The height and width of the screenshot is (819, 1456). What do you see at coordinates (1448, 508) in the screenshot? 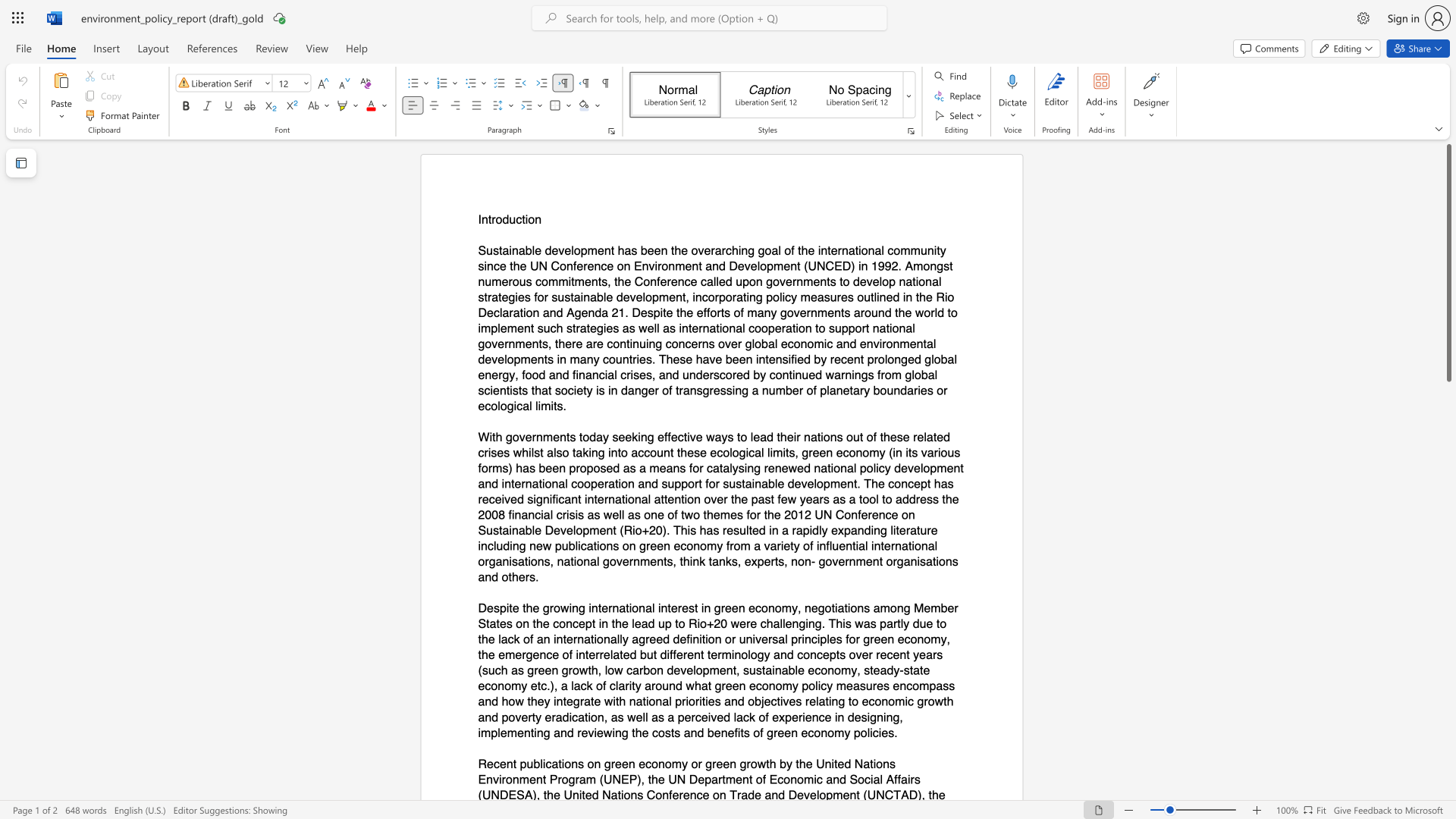
I see `the scrollbar on the right to shift the page lower` at bounding box center [1448, 508].